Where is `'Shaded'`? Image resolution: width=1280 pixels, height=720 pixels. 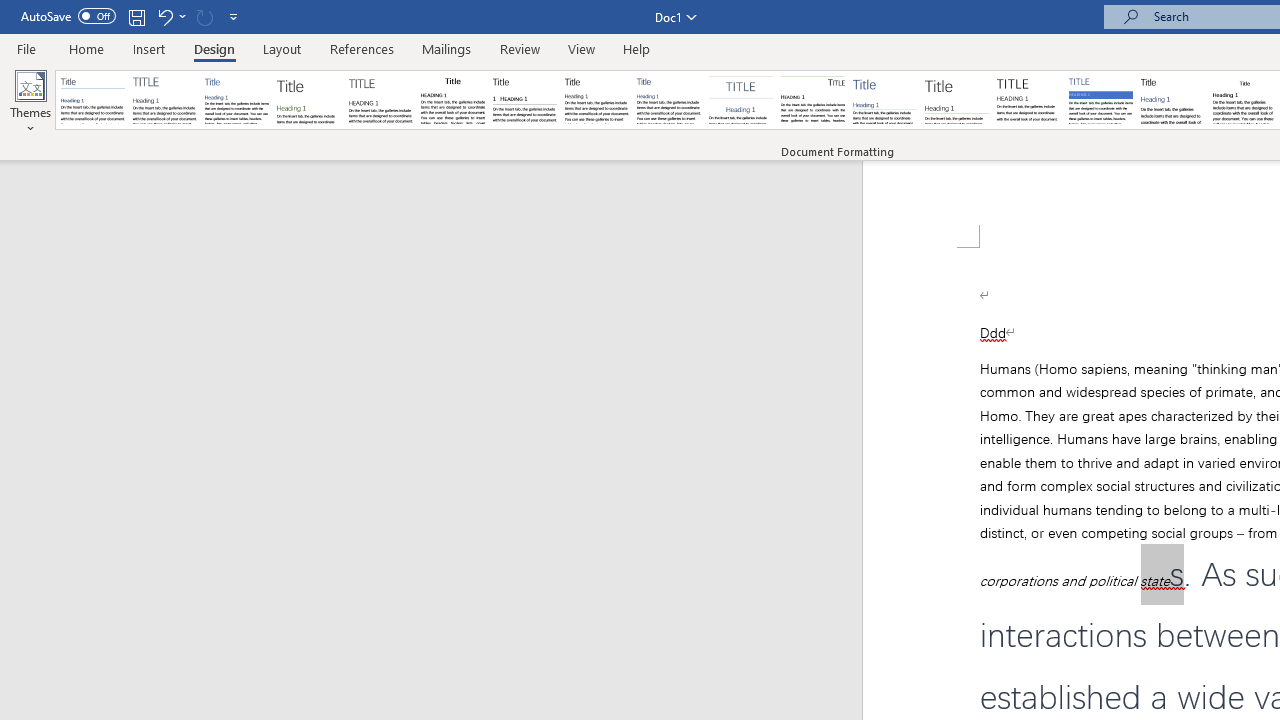
'Shaded' is located at coordinates (1099, 100).